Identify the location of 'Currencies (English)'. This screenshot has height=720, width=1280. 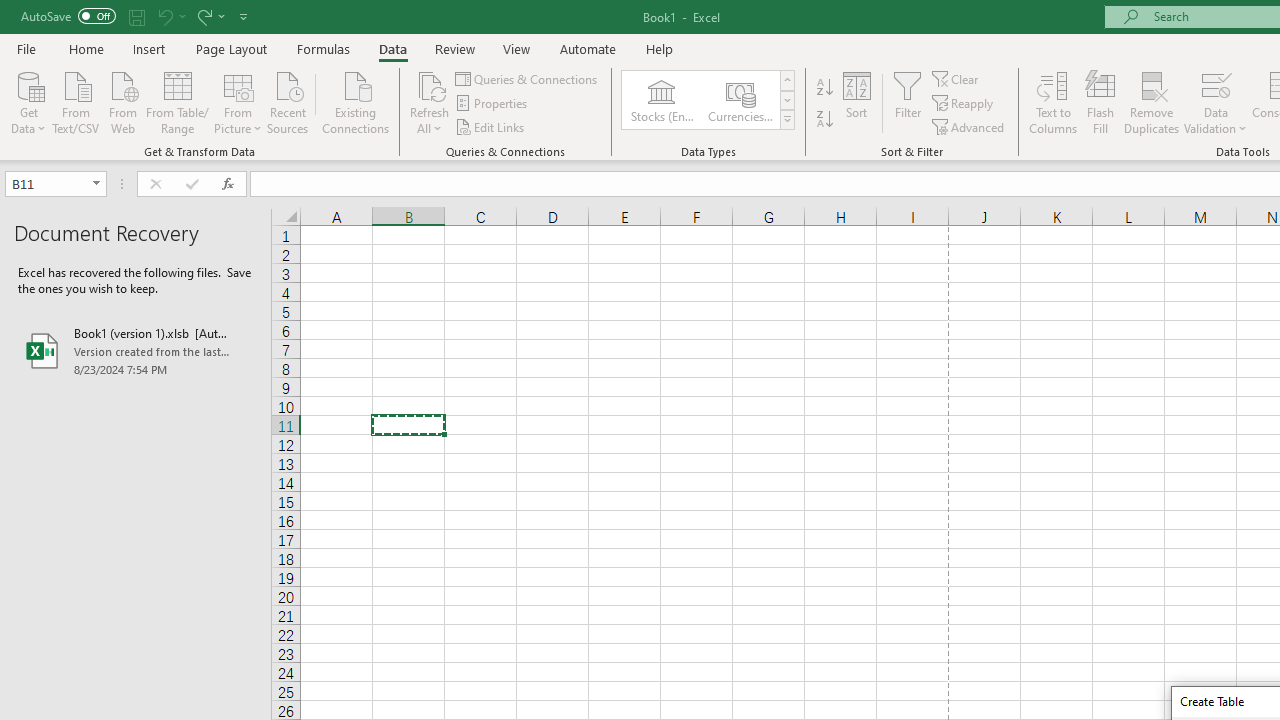
(739, 100).